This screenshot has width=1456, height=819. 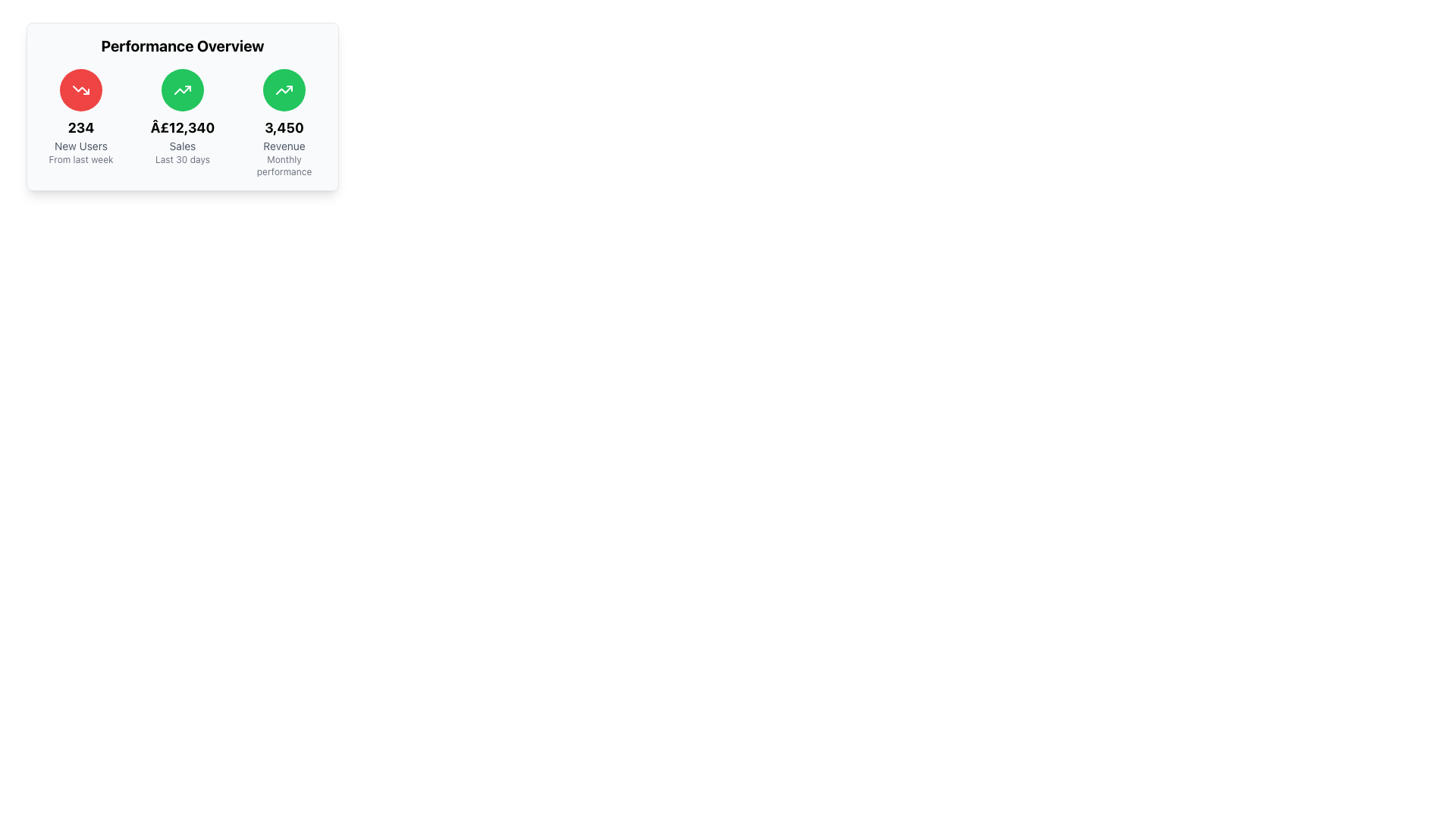 I want to click on the total sales revenue display element, so click(x=182, y=127).